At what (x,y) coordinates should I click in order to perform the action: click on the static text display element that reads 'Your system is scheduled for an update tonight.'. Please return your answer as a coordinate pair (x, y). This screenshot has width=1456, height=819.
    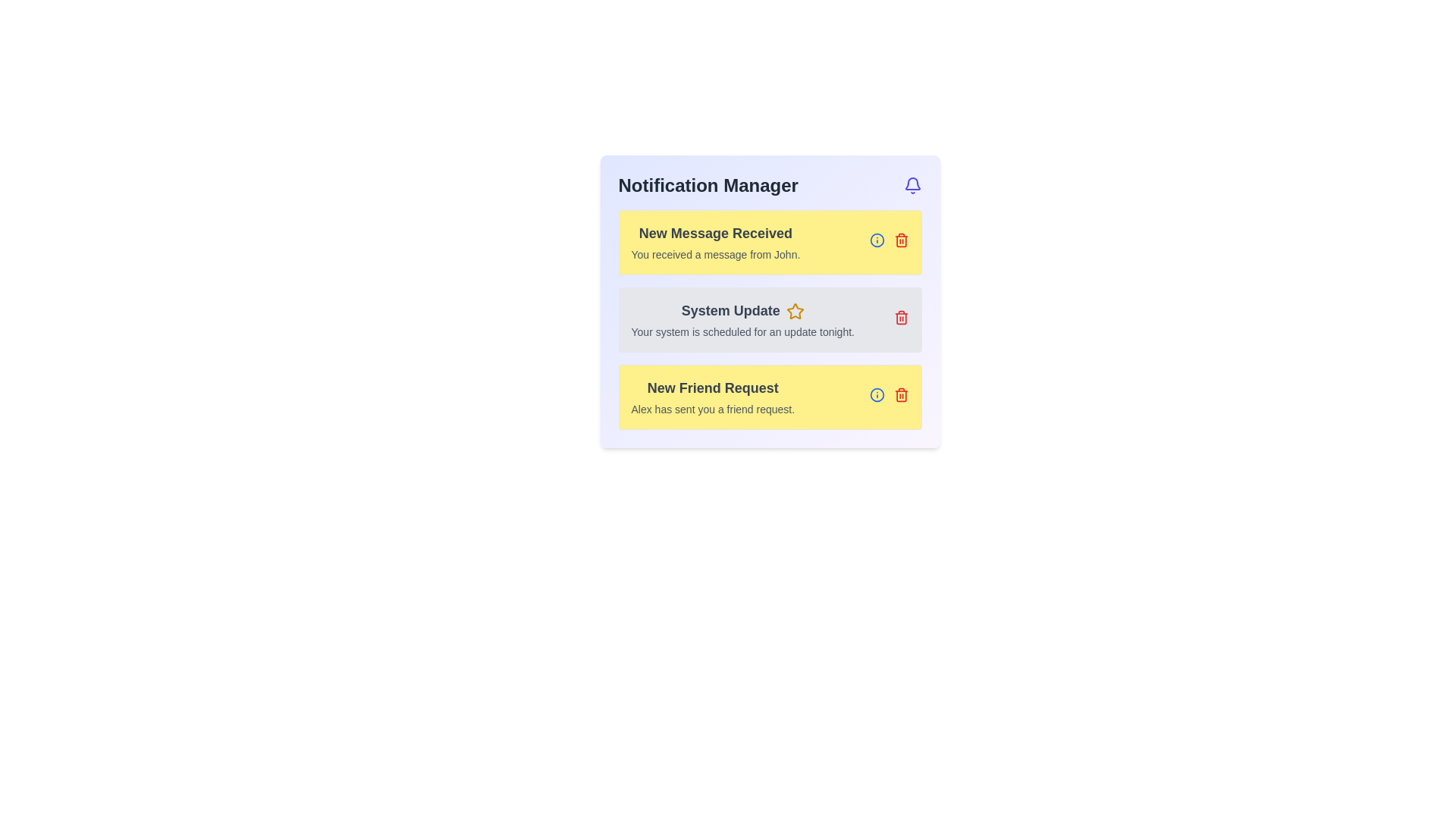
    Looking at the image, I should click on (742, 331).